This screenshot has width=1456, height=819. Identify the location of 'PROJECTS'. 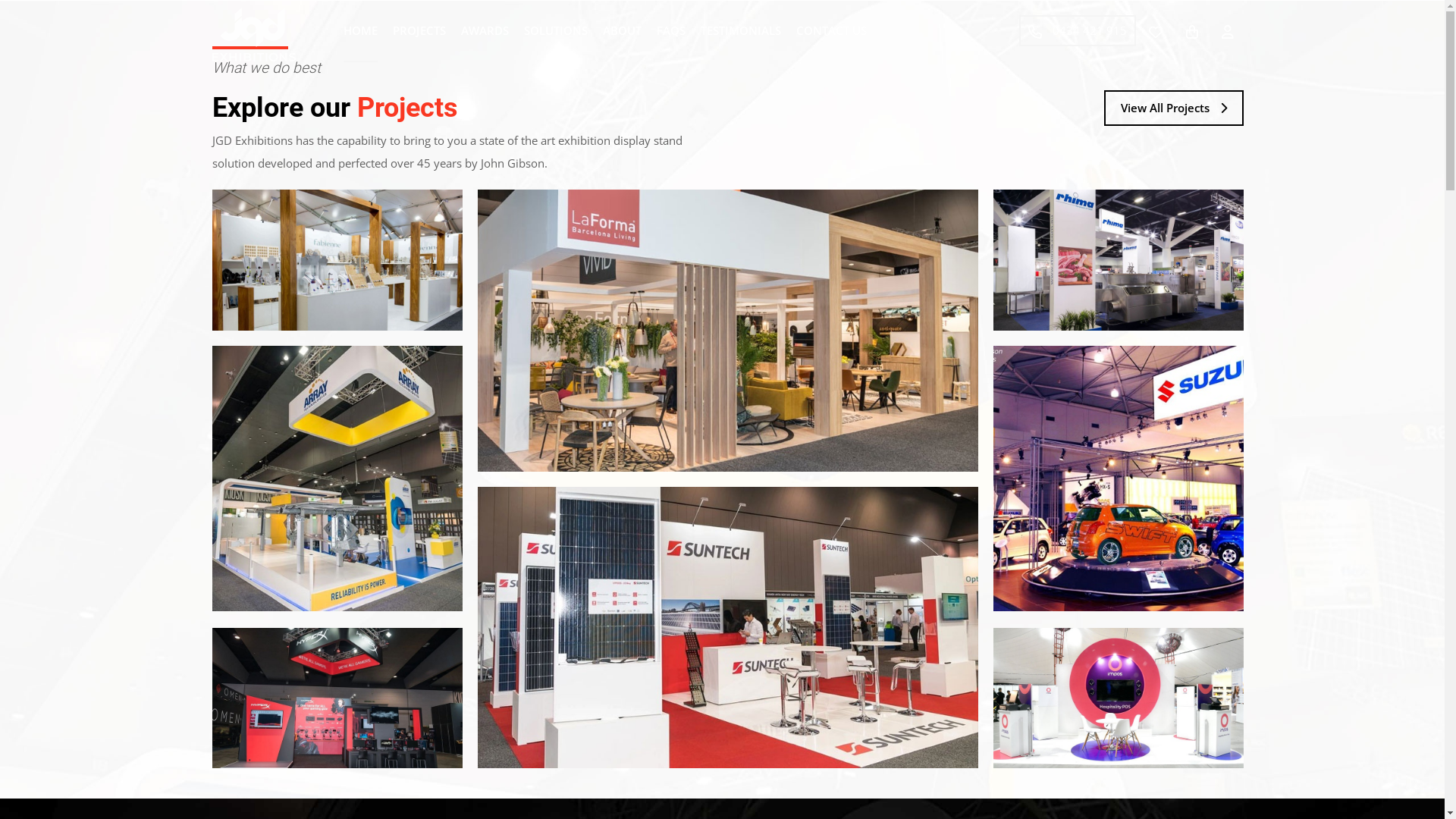
(393, 30).